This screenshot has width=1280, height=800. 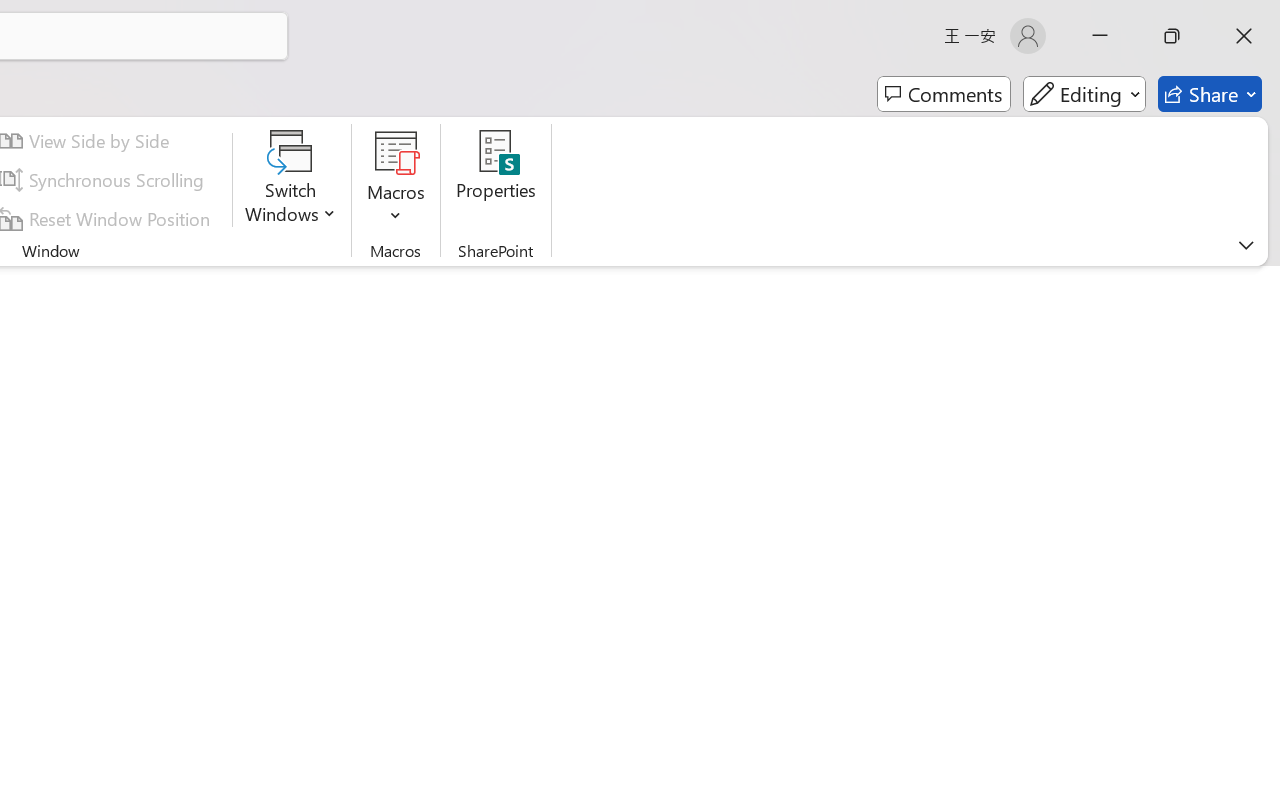 I want to click on 'Comments', so click(x=943, y=94).